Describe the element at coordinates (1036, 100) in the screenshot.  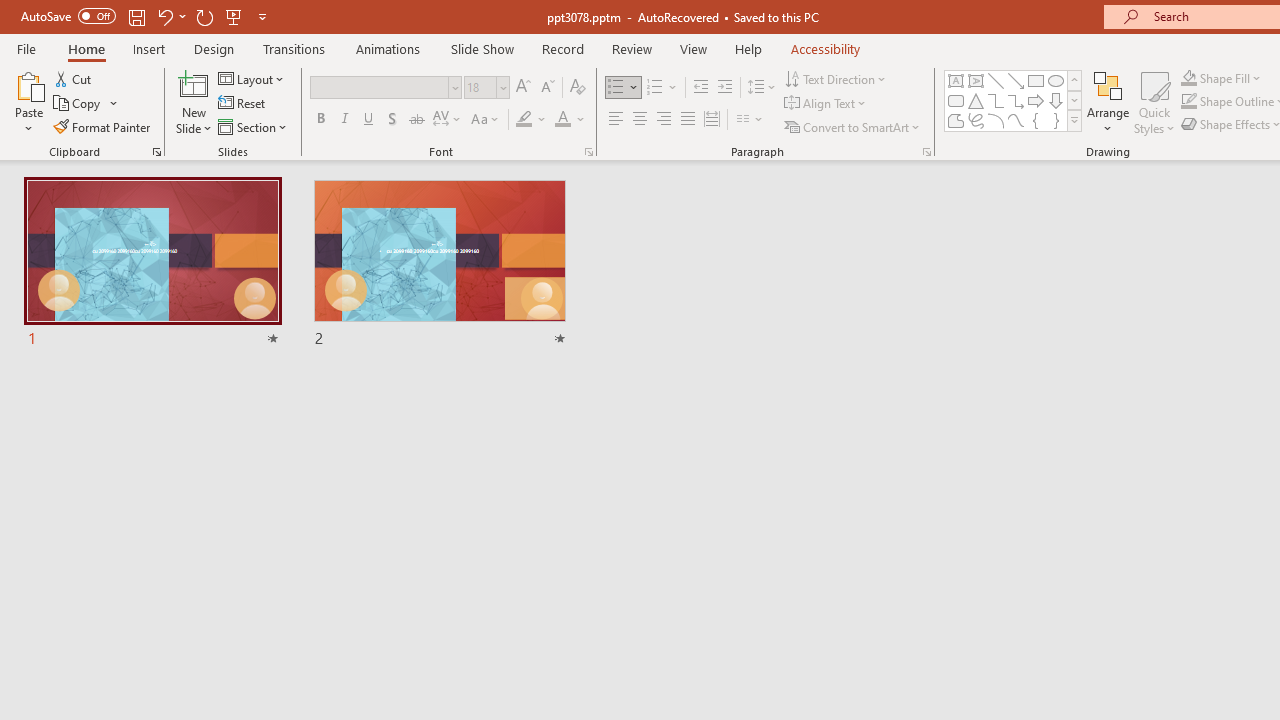
I see `'Arrow: Right'` at that location.